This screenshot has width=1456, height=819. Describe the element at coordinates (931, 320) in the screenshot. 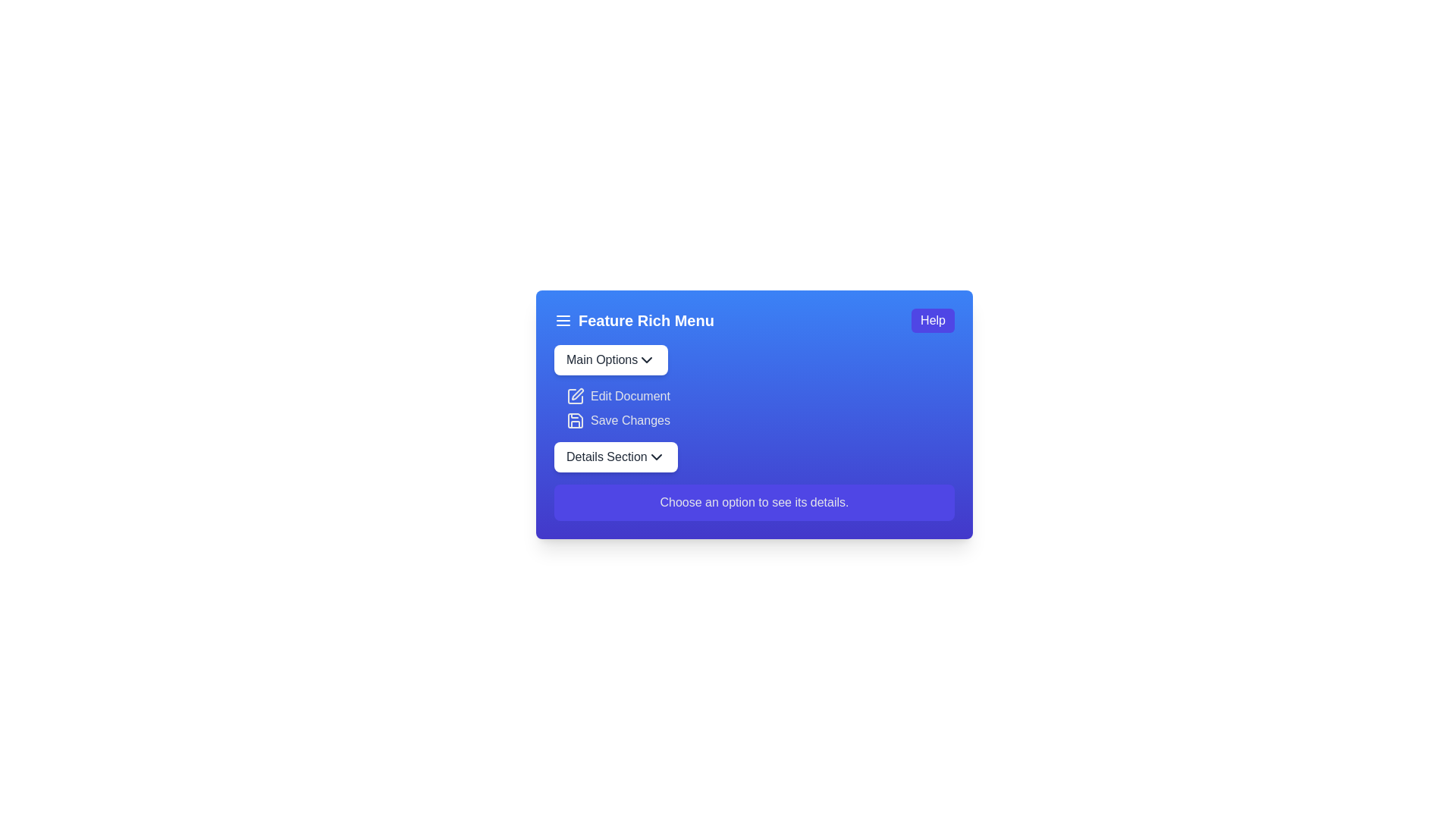

I see `the 'Help' button, which is a rectangular button with white text on a blue background, located at the upper-right corner of the interface` at that location.